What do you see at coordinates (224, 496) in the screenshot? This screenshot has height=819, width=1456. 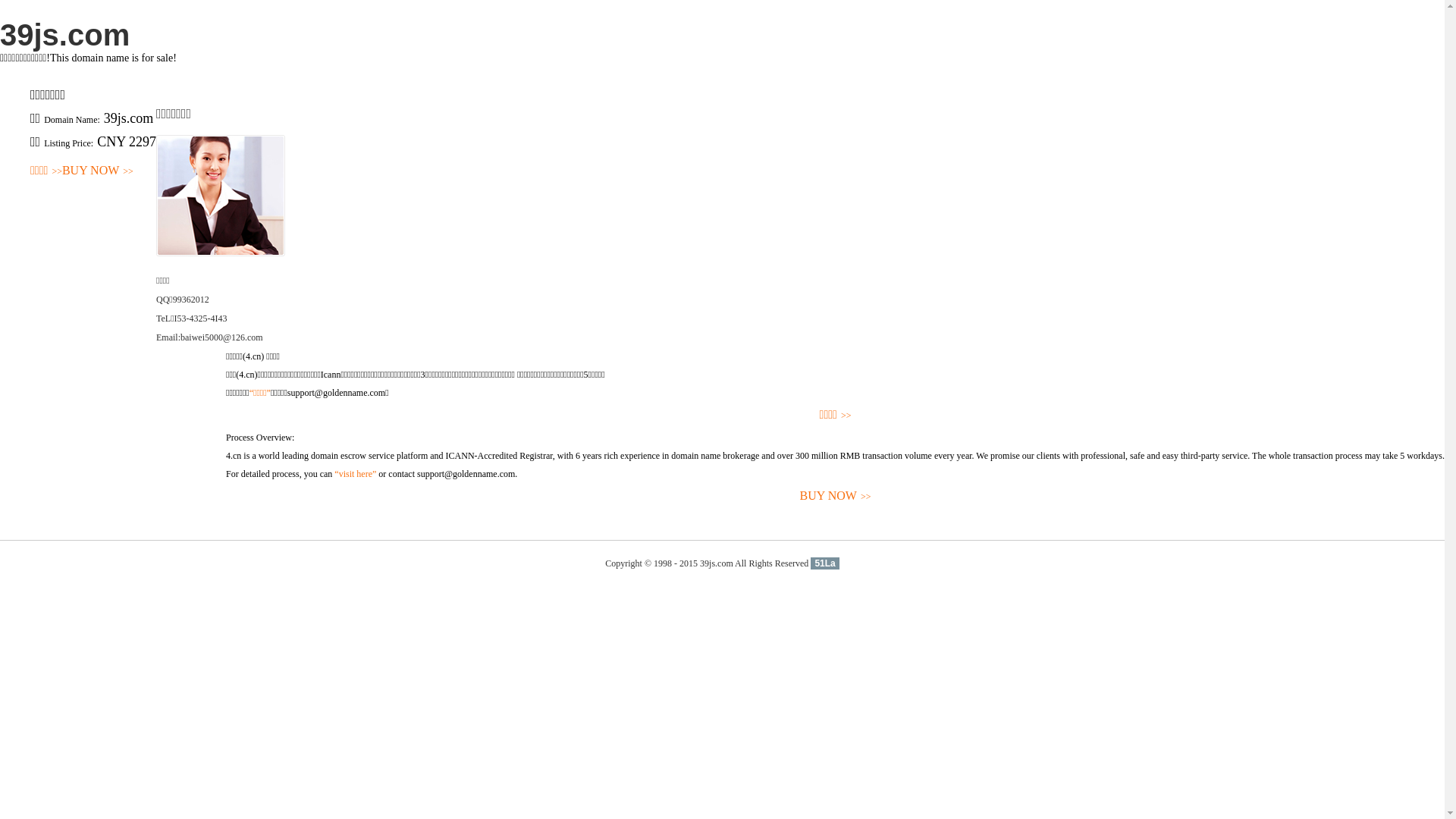 I see `'BUY NOW>>'` at bounding box center [224, 496].